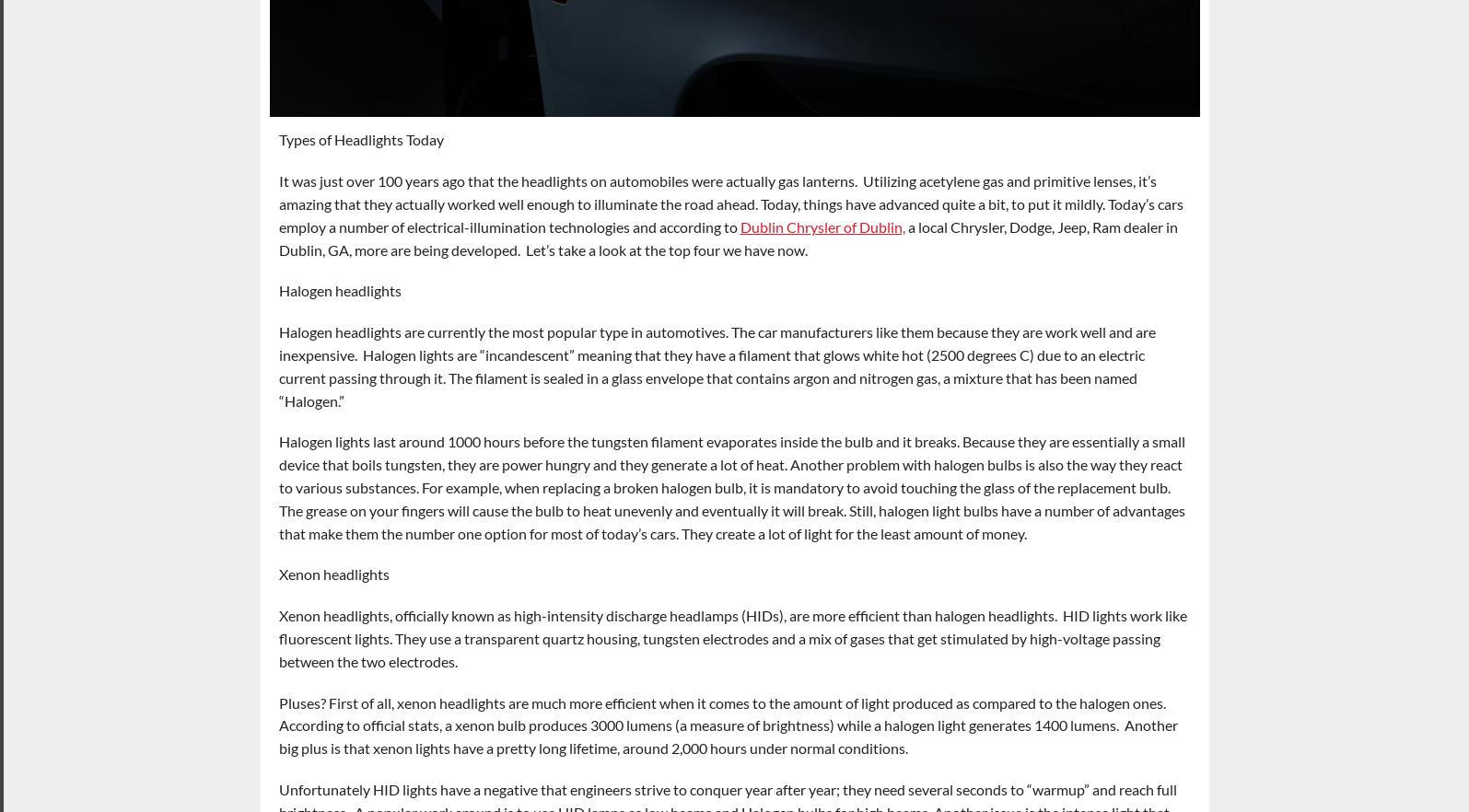 This screenshot has height=812, width=1469. What do you see at coordinates (730, 203) in the screenshot?
I see `'It was just over 100 years ago that the headlights on automobiles were actually gas lanterns.  Utilizing acetylene gas and primitive lenses, it’s amazing that they actually worked well enough to illuminate the road ahead. Today, things have advanced quite a bit, to put it mildly. Today’s cars employ a number of electrical-illumination technologies and according to'` at bounding box center [730, 203].